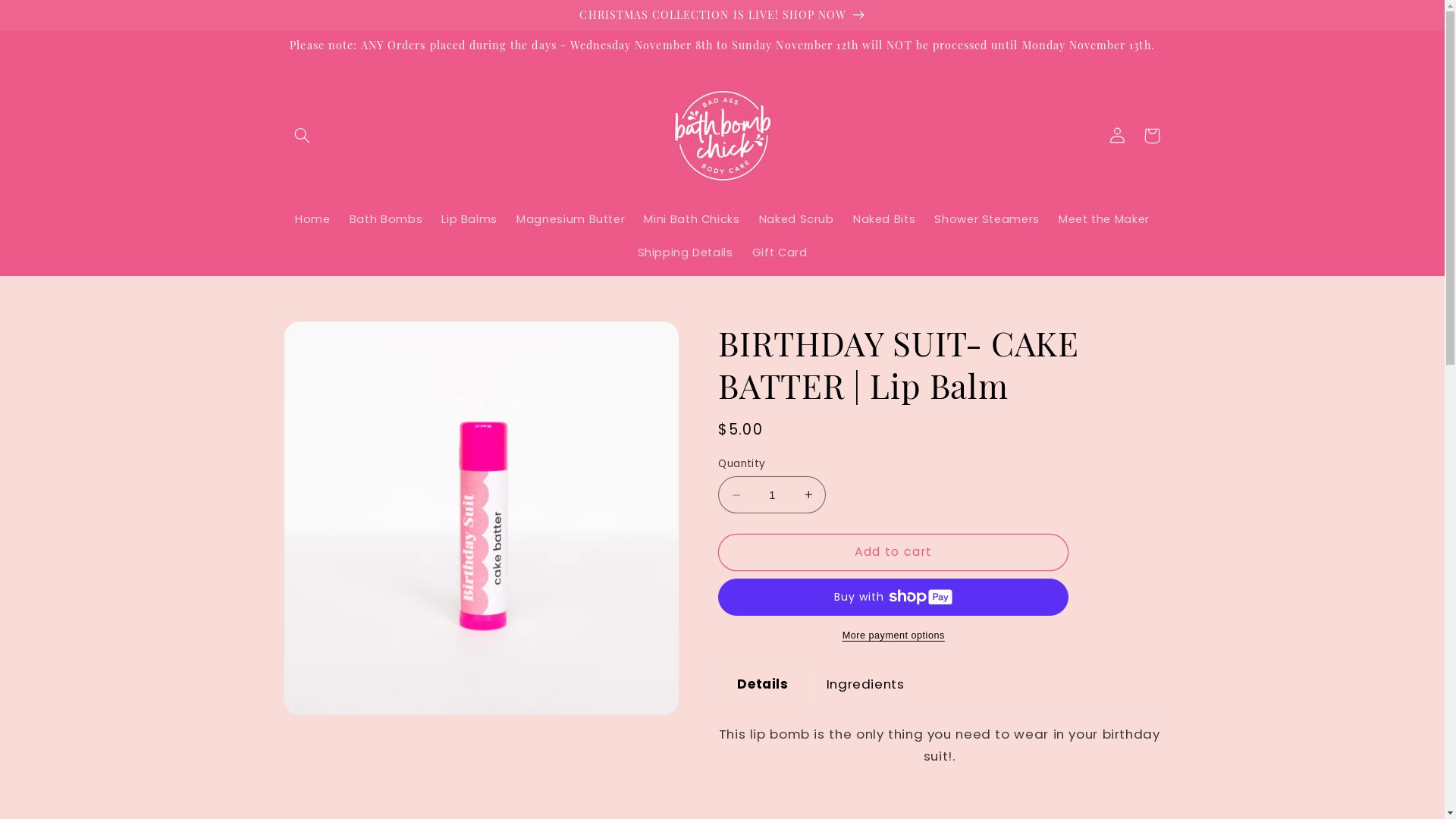 The height and width of the screenshot is (819, 1456). What do you see at coordinates (742, 253) in the screenshot?
I see `'Gift Card'` at bounding box center [742, 253].